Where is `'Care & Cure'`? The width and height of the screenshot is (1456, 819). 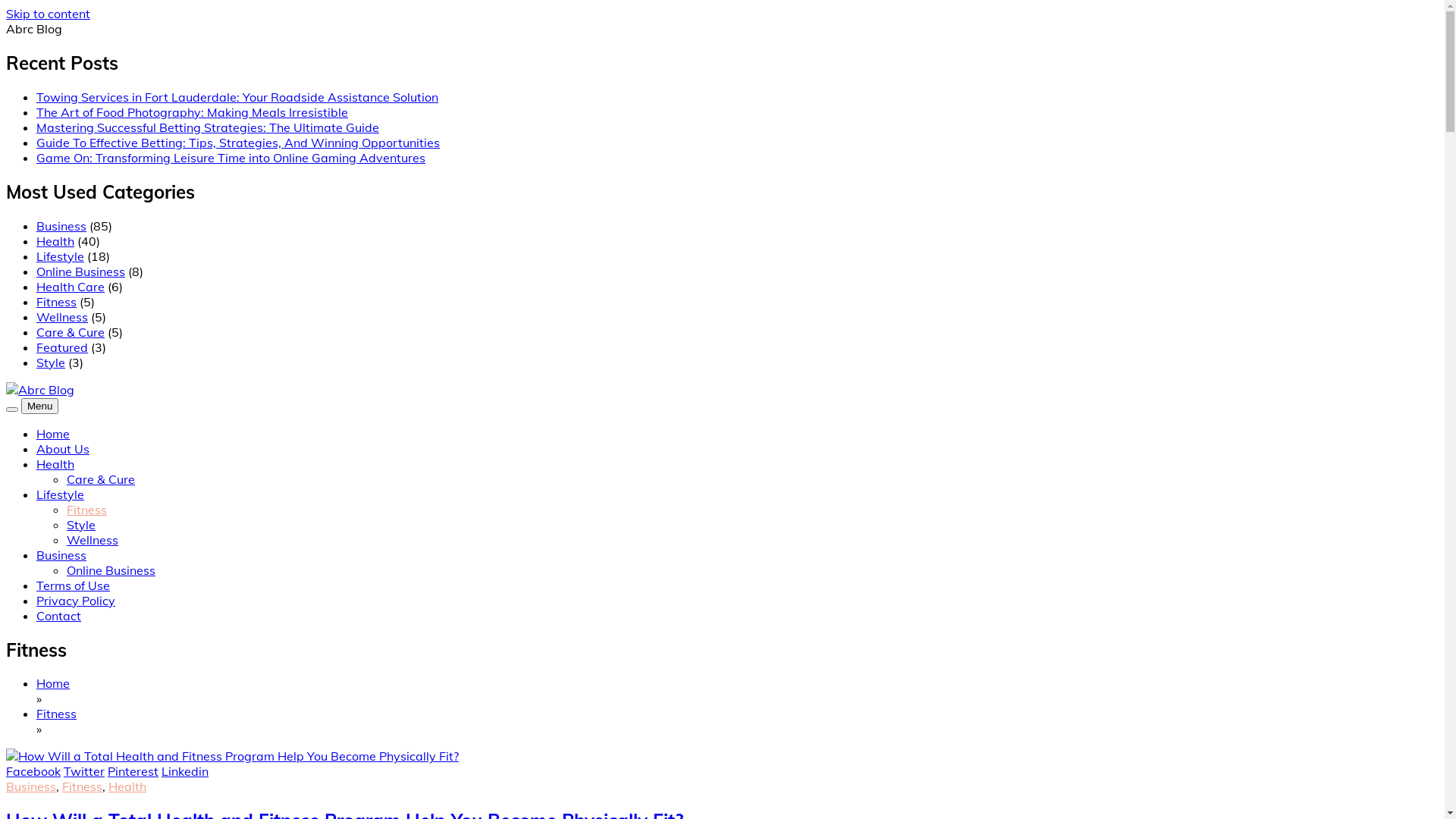 'Care & Cure' is located at coordinates (69, 331).